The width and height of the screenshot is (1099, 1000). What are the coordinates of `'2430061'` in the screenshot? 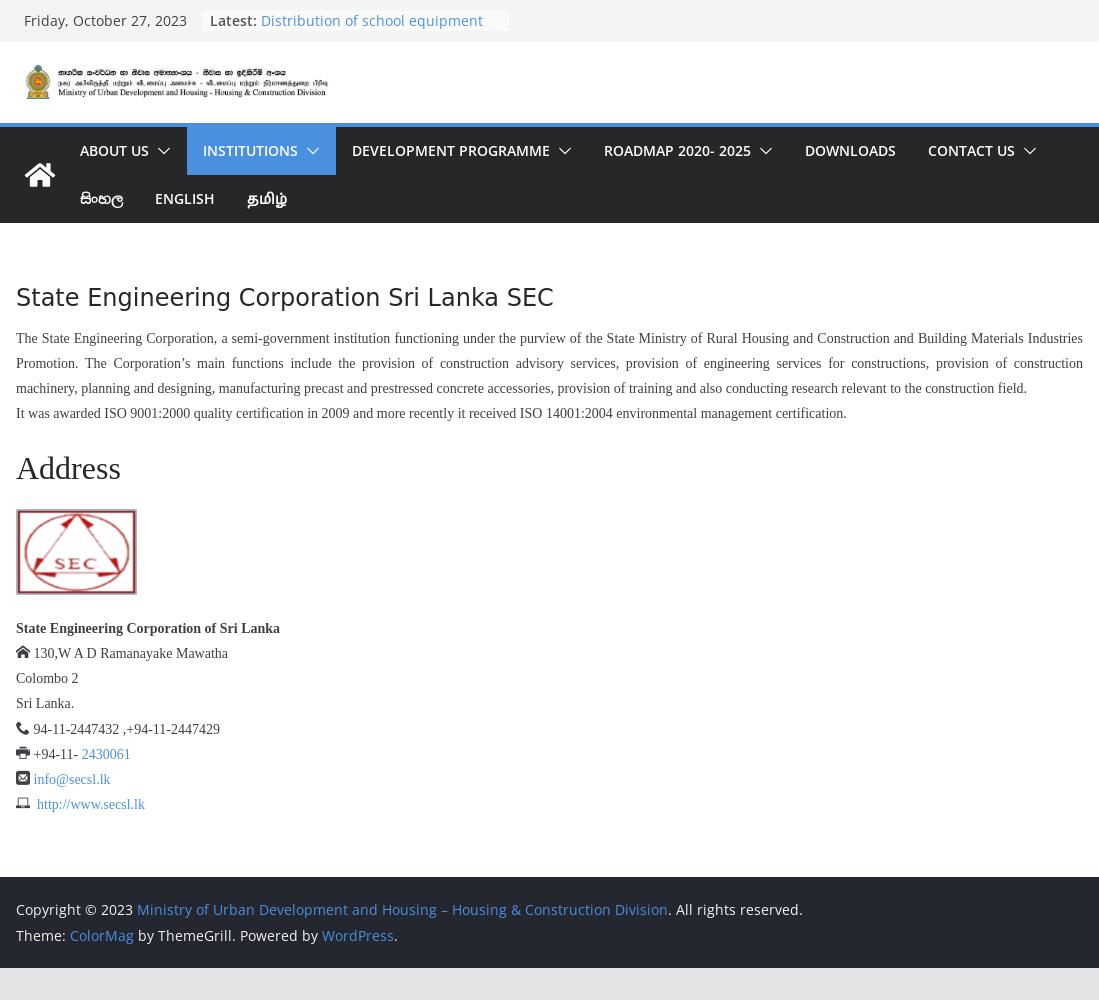 It's located at (103, 753).